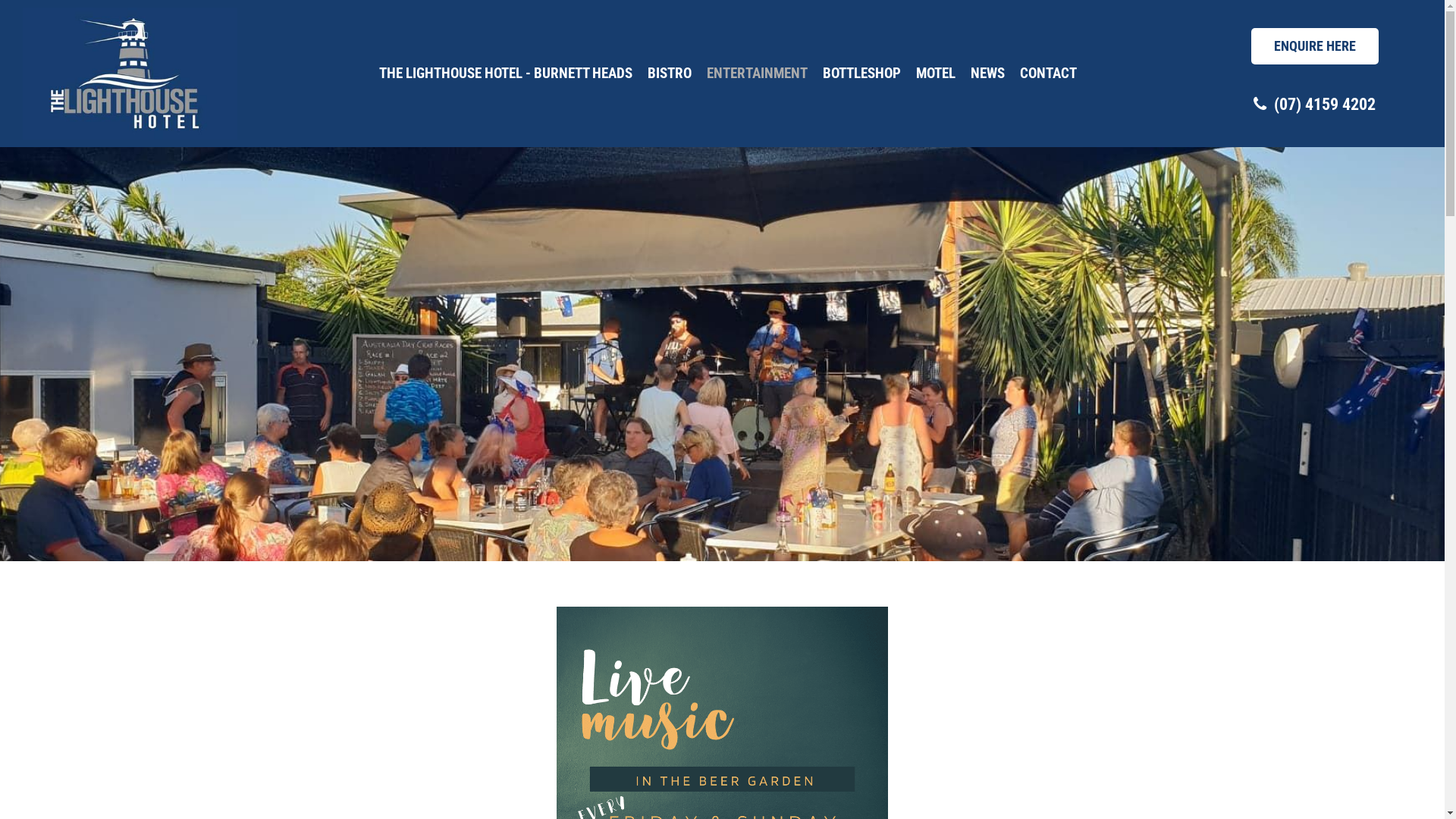  What do you see at coordinates (934, 73) in the screenshot?
I see `'MOTEL'` at bounding box center [934, 73].